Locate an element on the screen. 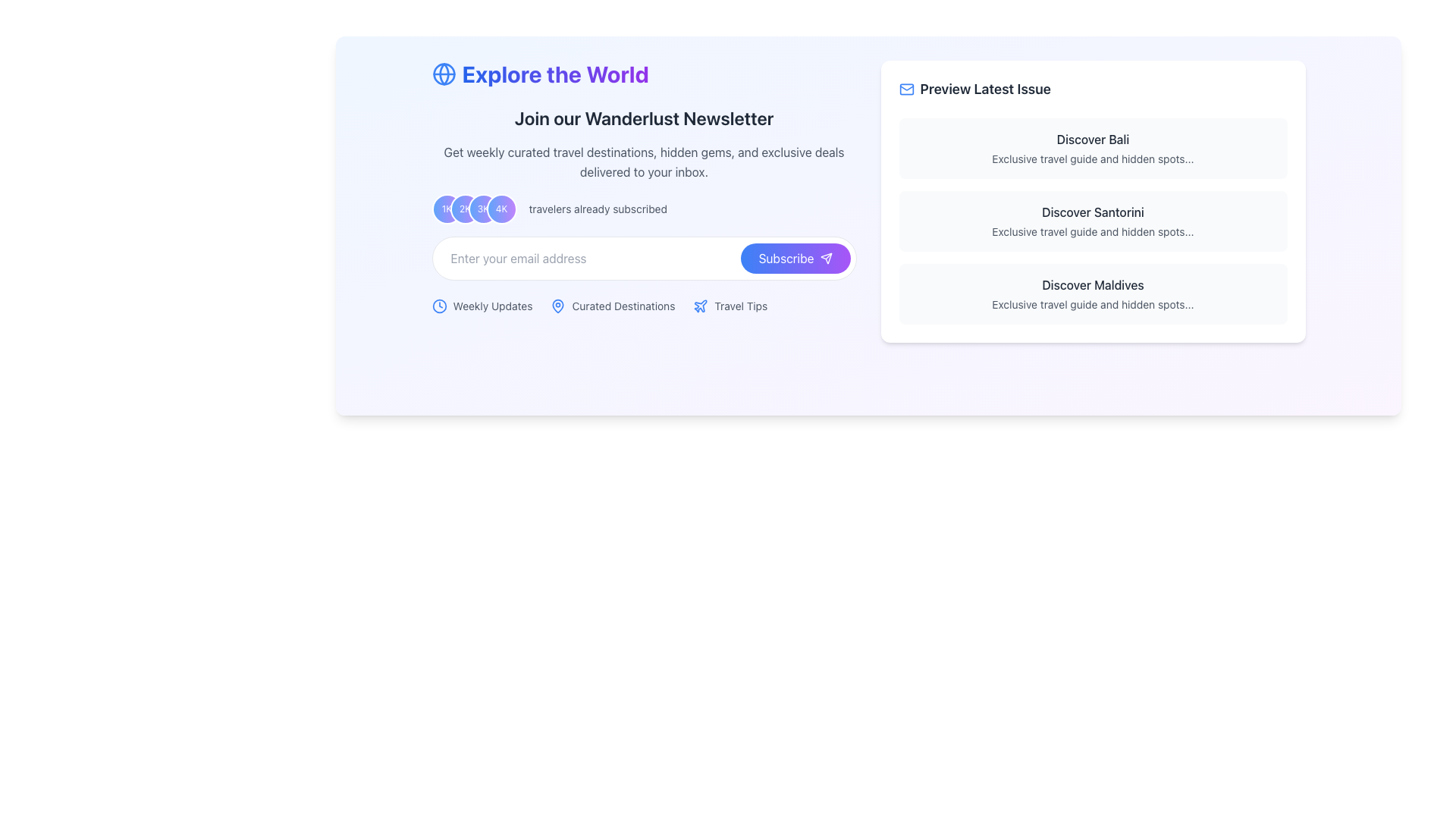 This screenshot has width=1456, height=819. the second informational card about Santorini, which is located under 'Discover Bali' and above 'Discover Maldives' in the 'Preview Latest Issue' section is located at coordinates (1093, 221).